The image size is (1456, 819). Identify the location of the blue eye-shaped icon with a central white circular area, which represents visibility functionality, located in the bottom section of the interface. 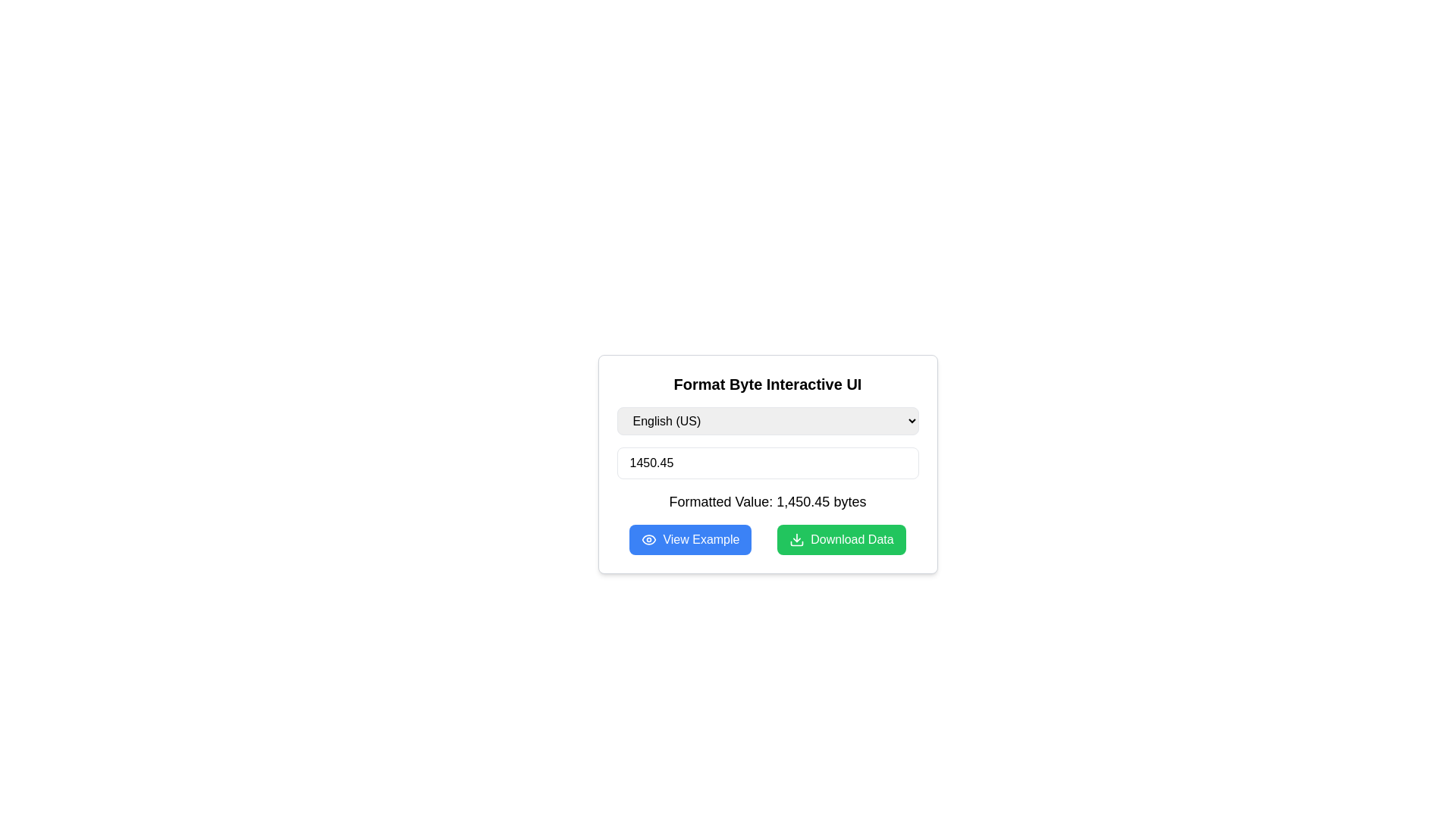
(649, 539).